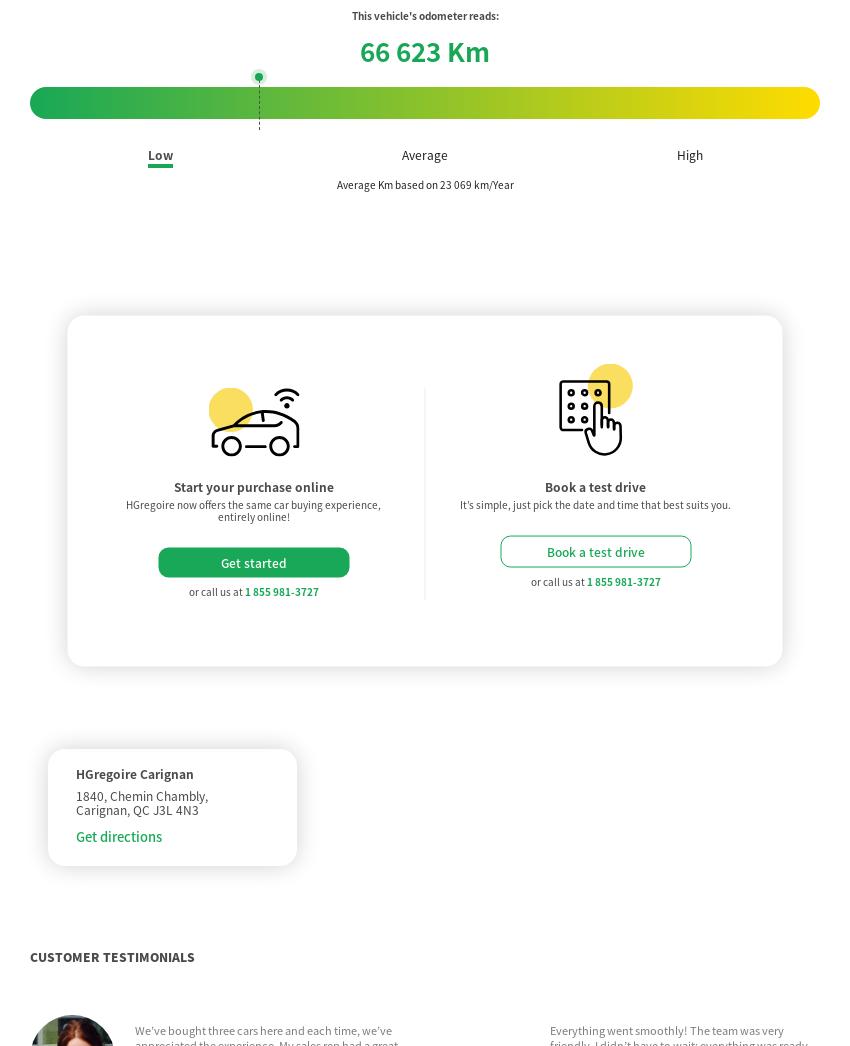 The image size is (850, 1046). What do you see at coordinates (173, 708) in the screenshot?
I see `'Karine Thibault'` at bounding box center [173, 708].